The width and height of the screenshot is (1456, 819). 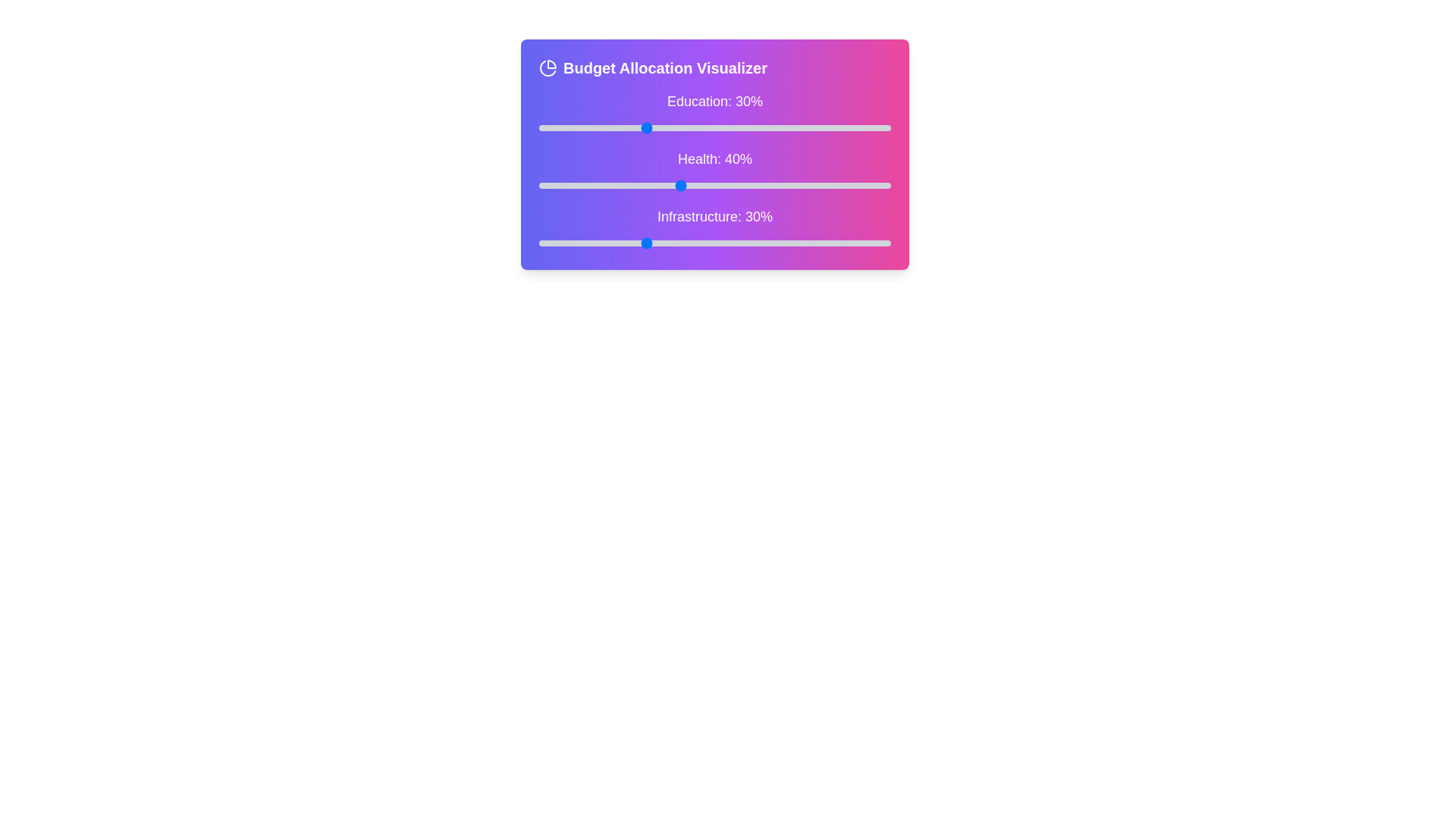 What do you see at coordinates (552, 242) in the screenshot?
I see `'Infrastructure' percentage` at bounding box center [552, 242].